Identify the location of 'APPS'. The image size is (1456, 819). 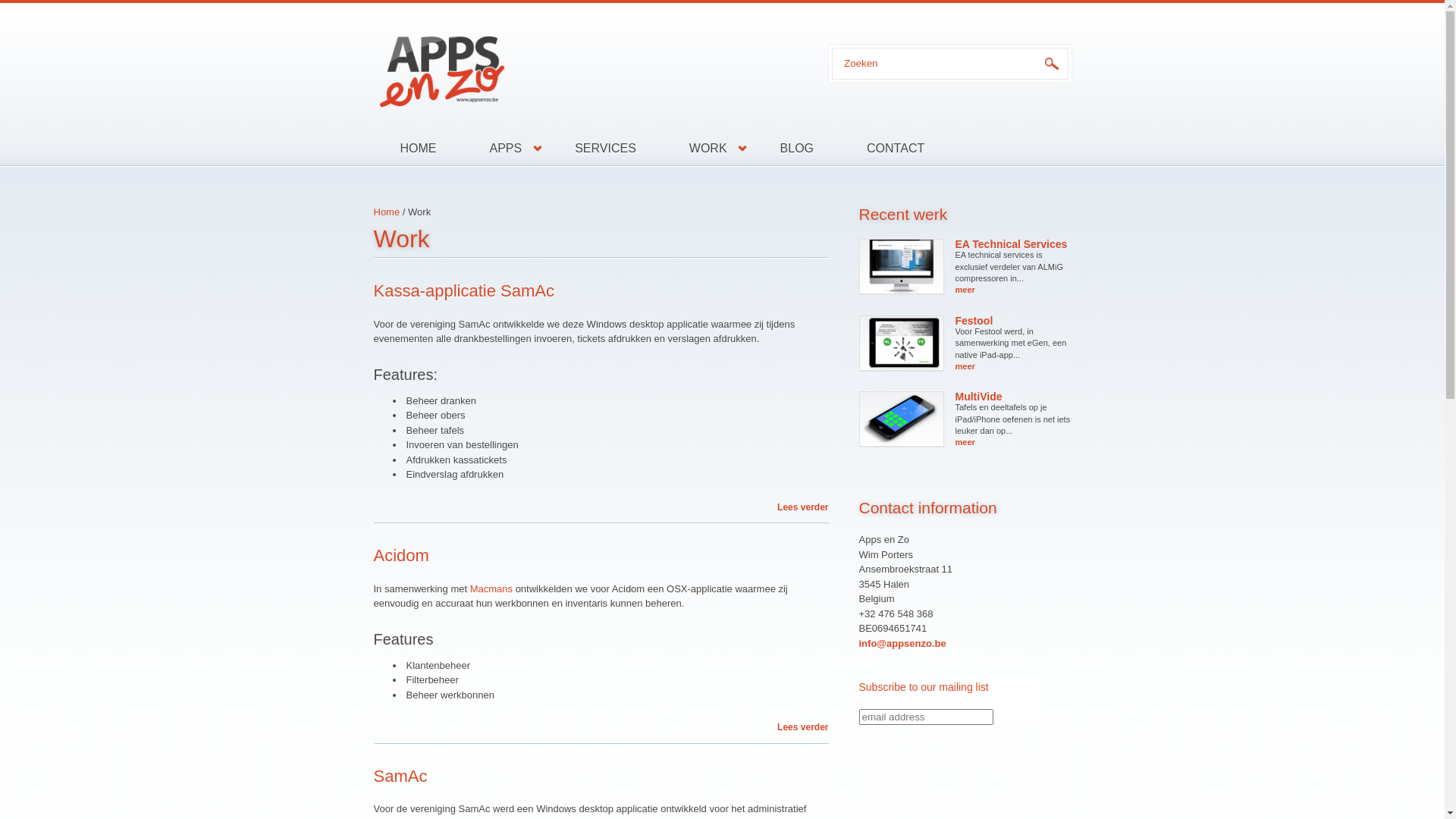
(505, 149).